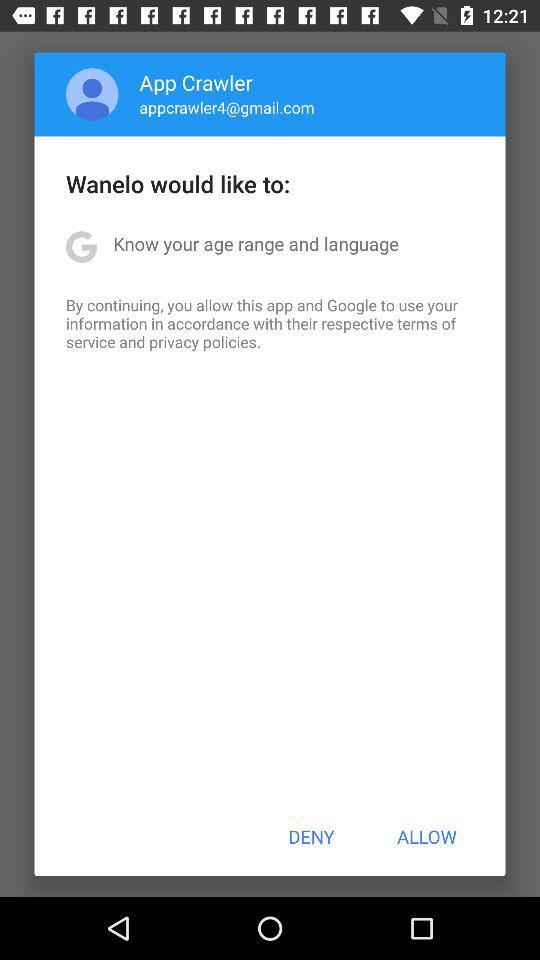 This screenshot has height=960, width=540. I want to click on appcrawler4@gmail.com, so click(226, 107).